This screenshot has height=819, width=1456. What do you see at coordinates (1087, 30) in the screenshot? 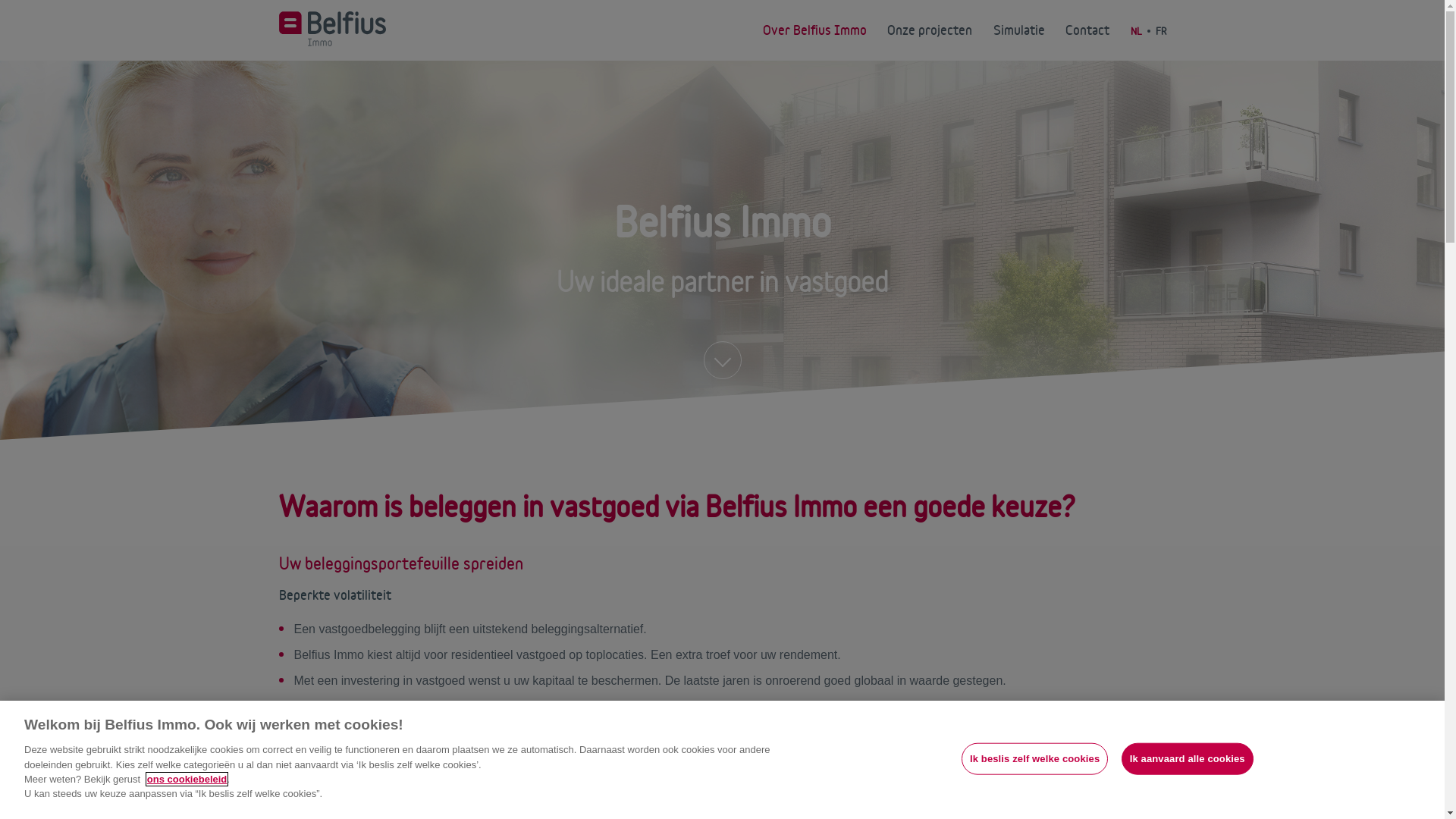
I see `'Contact'` at bounding box center [1087, 30].